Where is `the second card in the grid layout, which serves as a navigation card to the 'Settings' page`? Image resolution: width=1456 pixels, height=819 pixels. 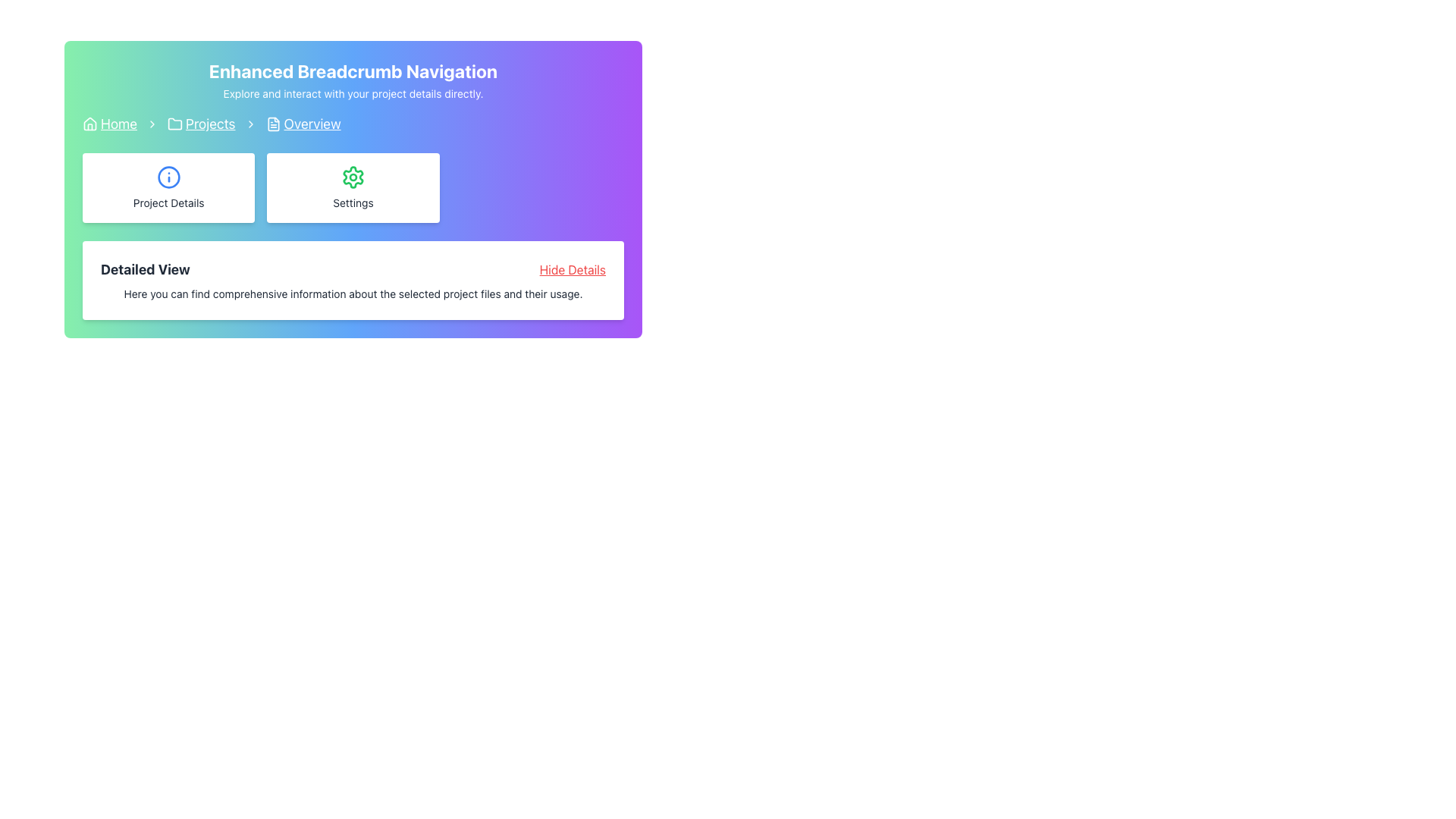 the second card in the grid layout, which serves as a navigation card to the 'Settings' page is located at coordinates (352, 187).